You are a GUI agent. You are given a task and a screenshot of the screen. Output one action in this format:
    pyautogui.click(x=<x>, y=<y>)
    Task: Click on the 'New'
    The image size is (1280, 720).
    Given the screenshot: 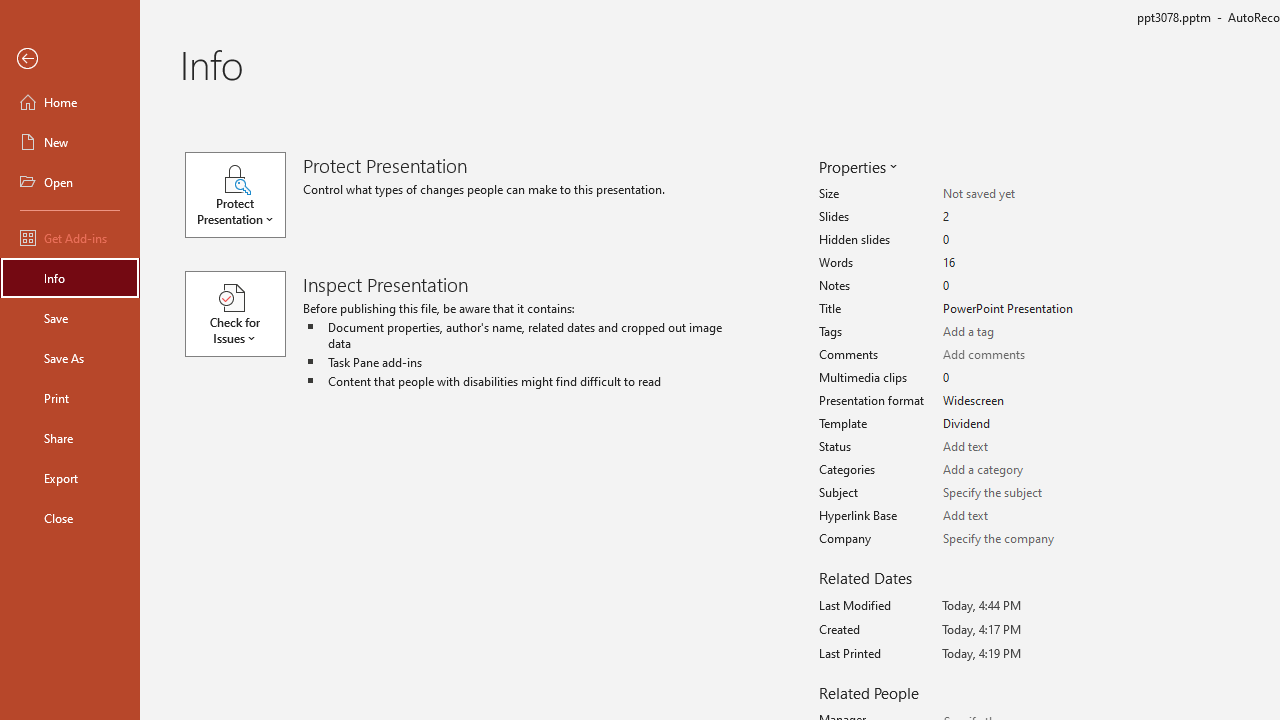 What is the action you would take?
    pyautogui.click(x=69, y=140)
    